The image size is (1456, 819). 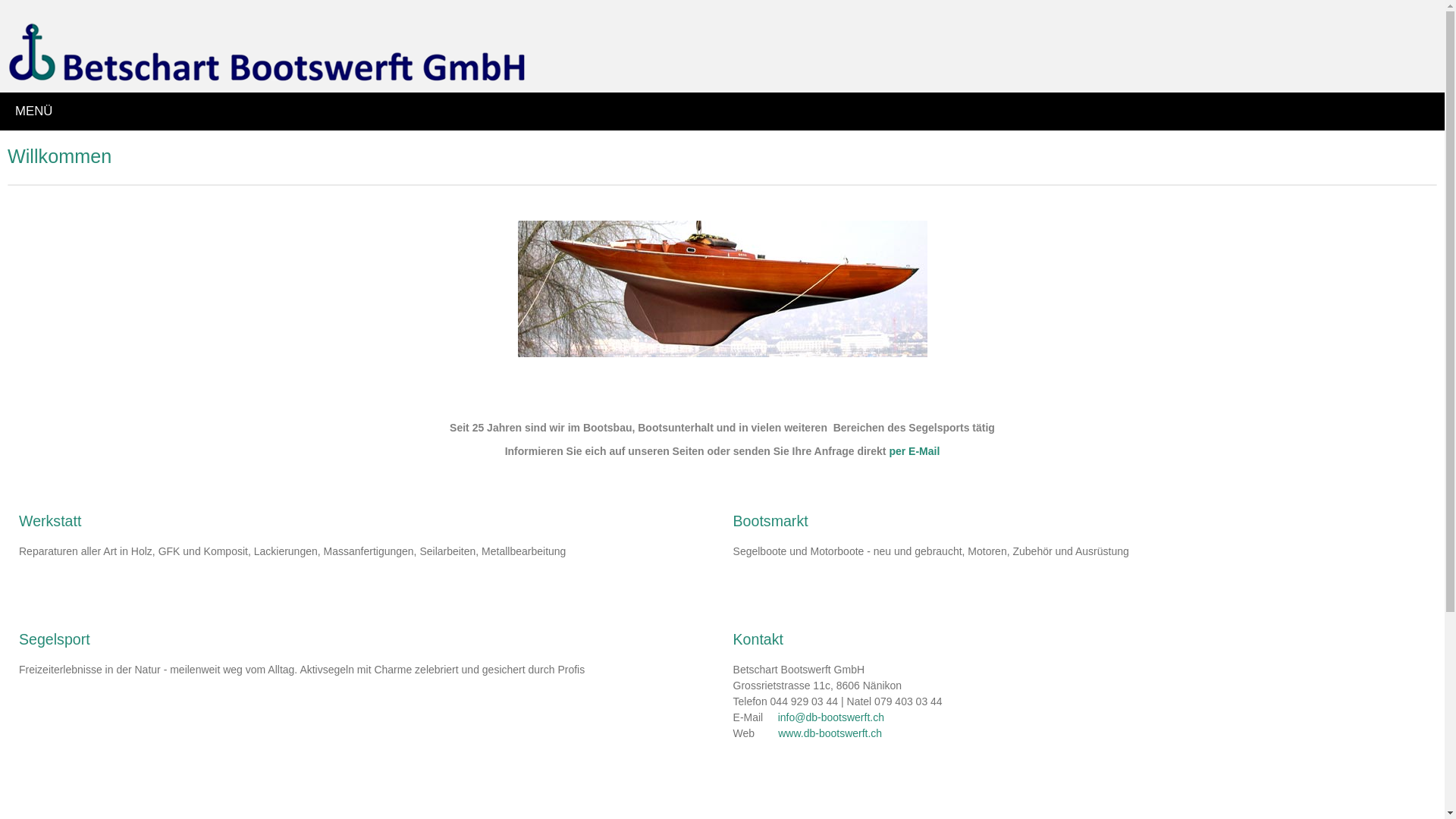 I want to click on '61sta.jpg', so click(x=720, y=289).